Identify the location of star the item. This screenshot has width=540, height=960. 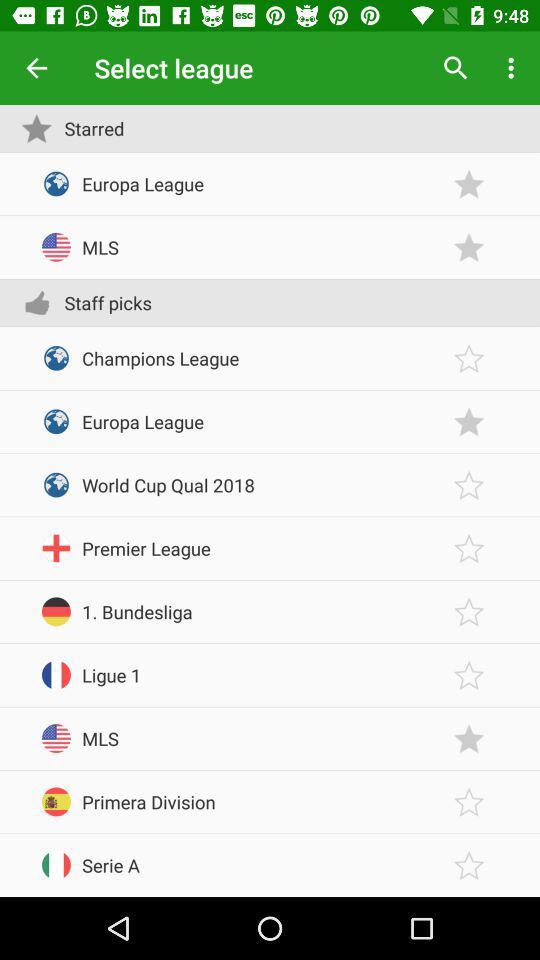
(469, 184).